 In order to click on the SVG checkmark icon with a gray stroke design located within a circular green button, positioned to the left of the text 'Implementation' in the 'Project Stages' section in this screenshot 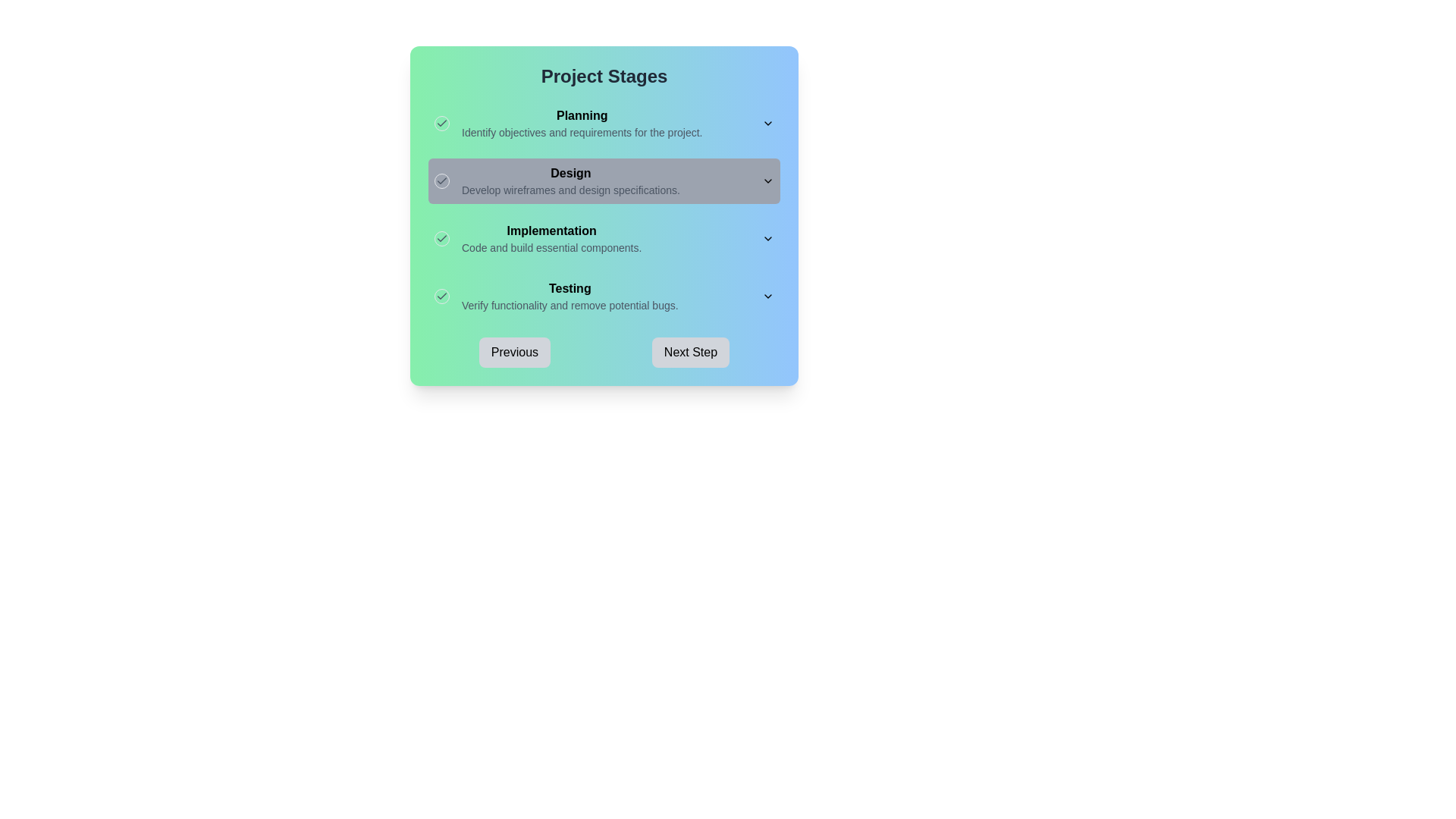, I will do `click(441, 239)`.